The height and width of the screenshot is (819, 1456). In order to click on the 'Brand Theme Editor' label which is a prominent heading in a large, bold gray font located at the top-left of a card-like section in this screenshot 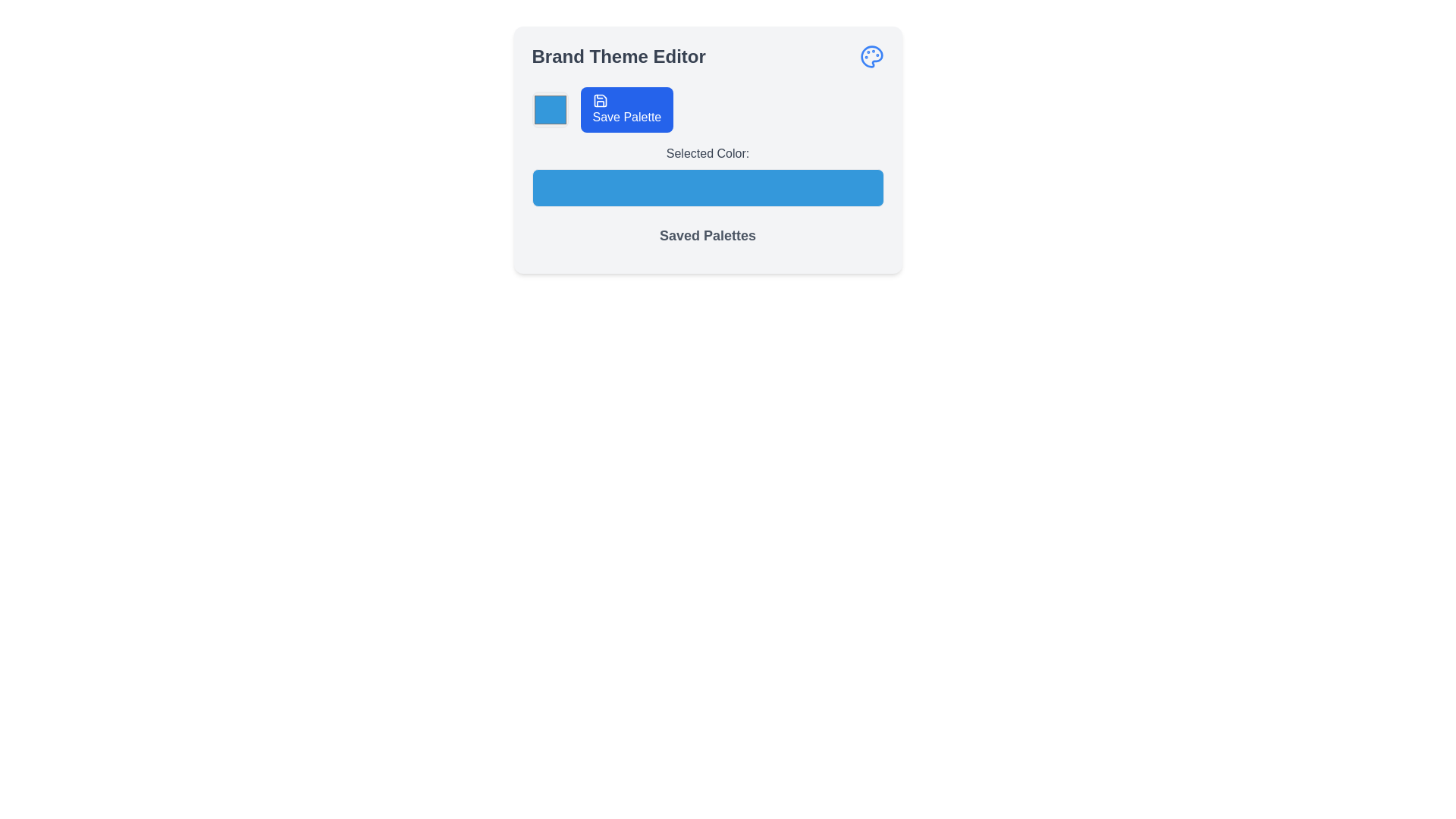, I will do `click(619, 55)`.